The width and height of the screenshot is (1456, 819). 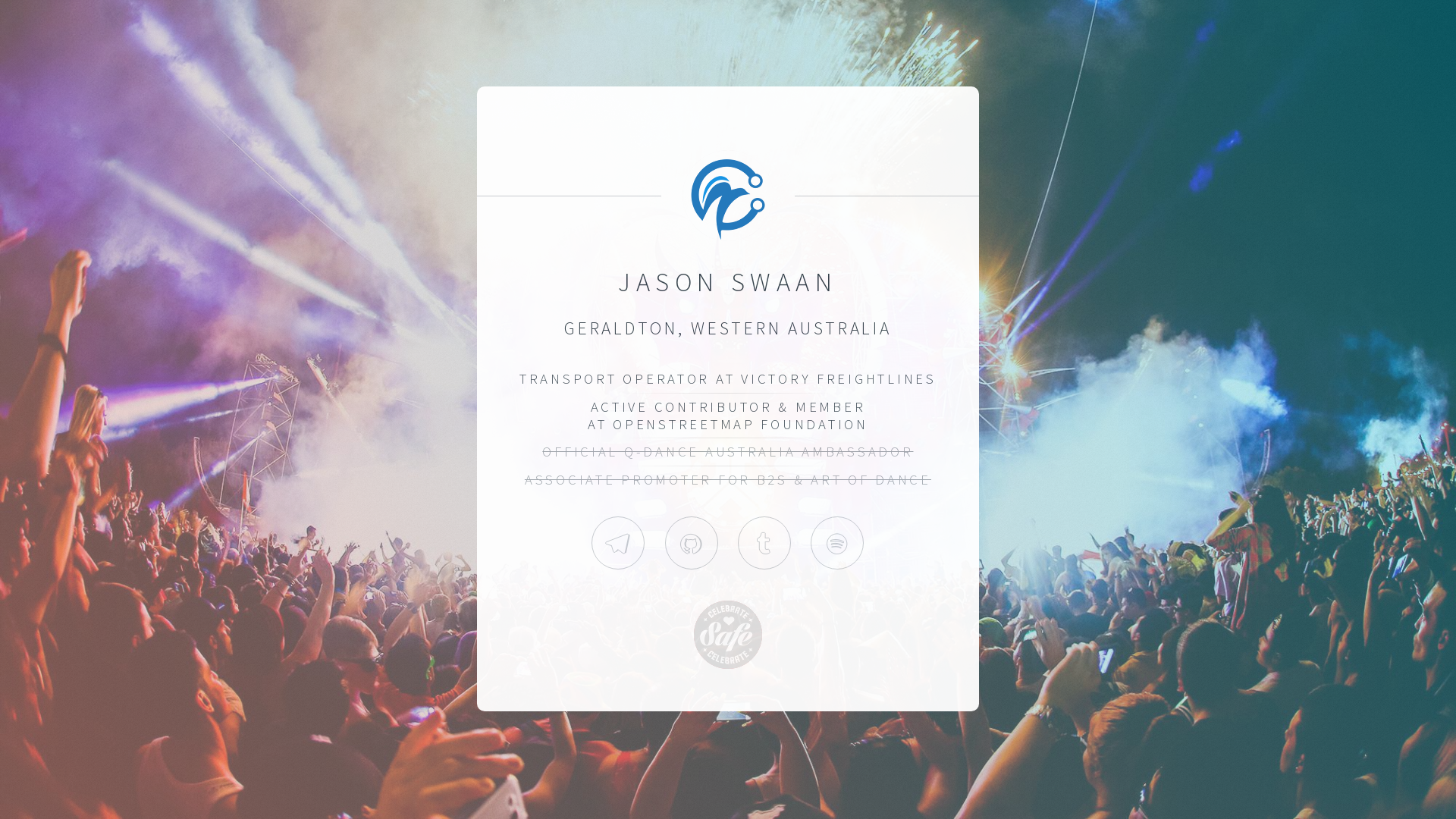 I want to click on 'GITHUB', so click(x=691, y=542).